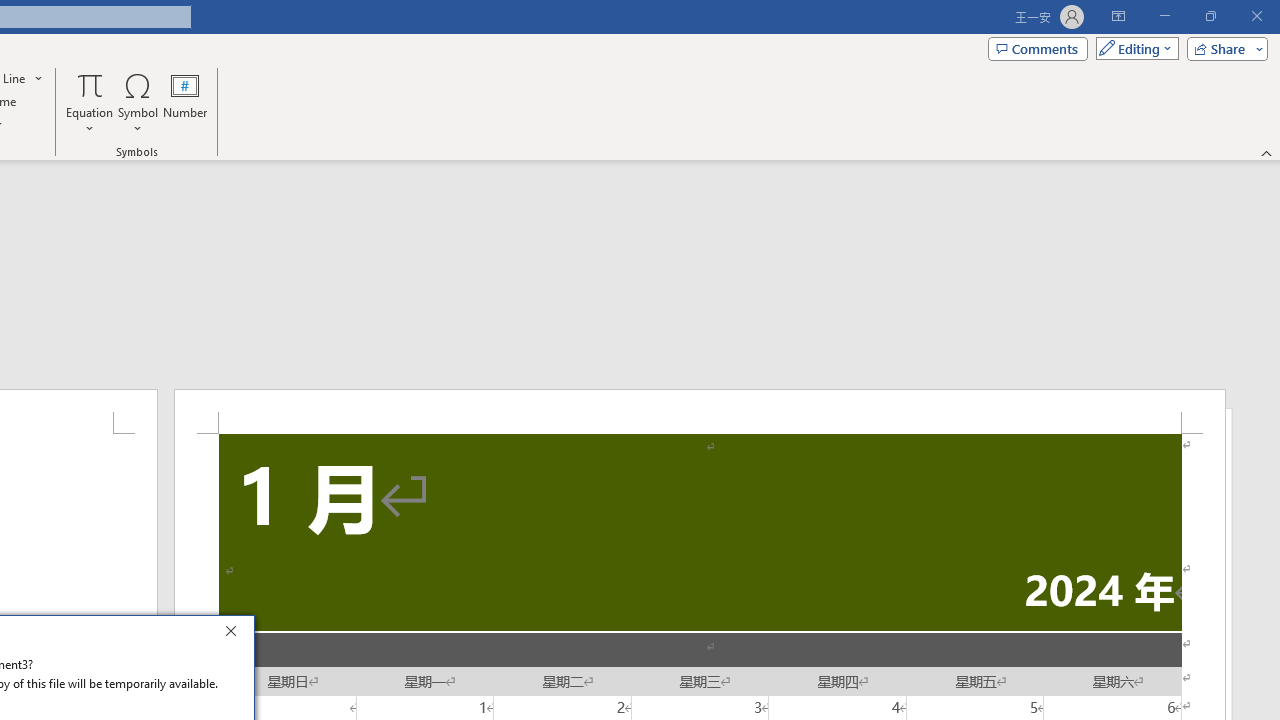  Describe the element at coordinates (89, 103) in the screenshot. I see `'Equation'` at that location.